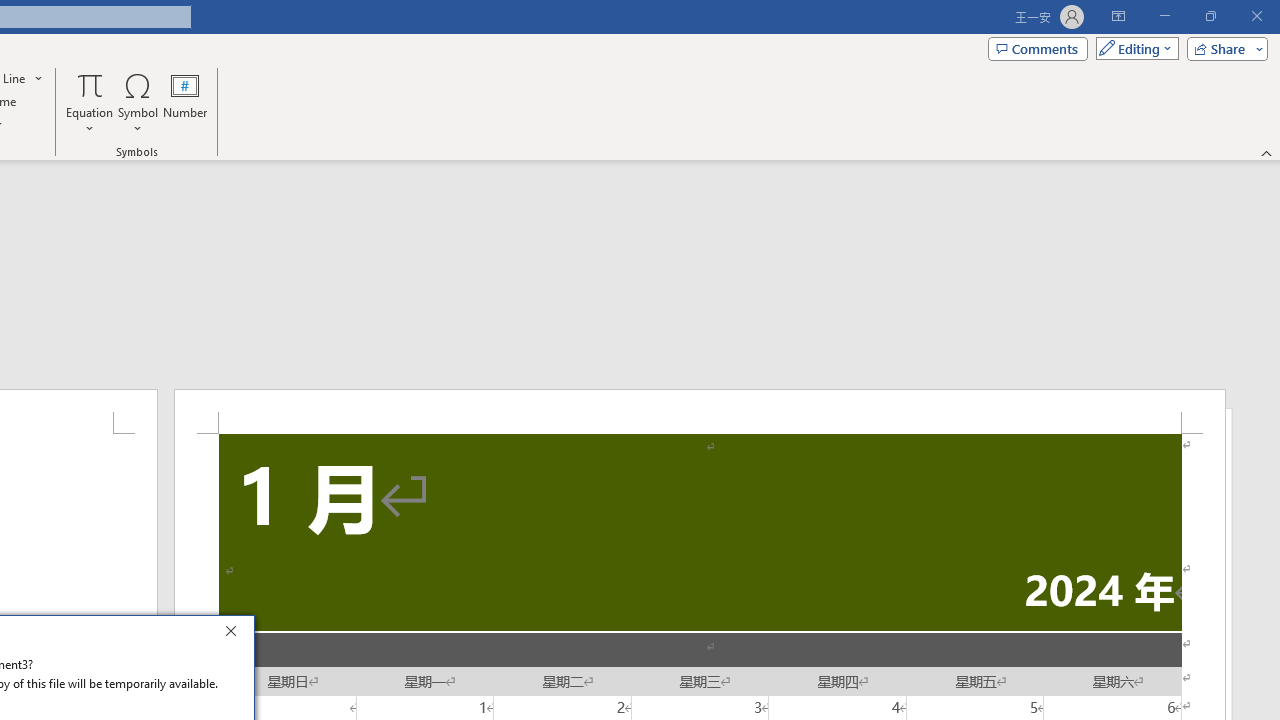  Describe the element at coordinates (89, 103) in the screenshot. I see `'Equation'` at that location.